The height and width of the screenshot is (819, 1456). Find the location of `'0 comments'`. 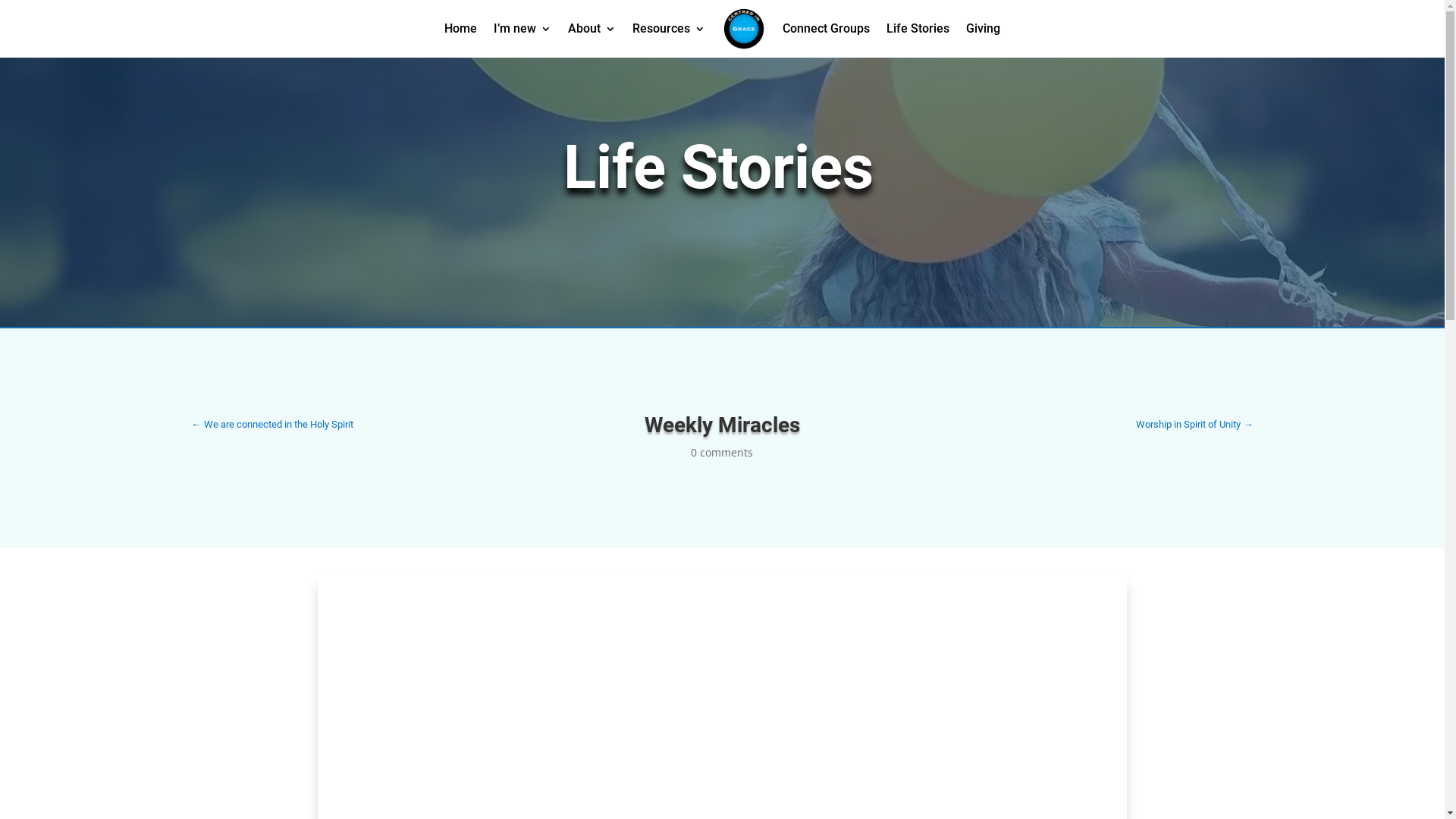

'0 comments' is located at coordinates (720, 451).